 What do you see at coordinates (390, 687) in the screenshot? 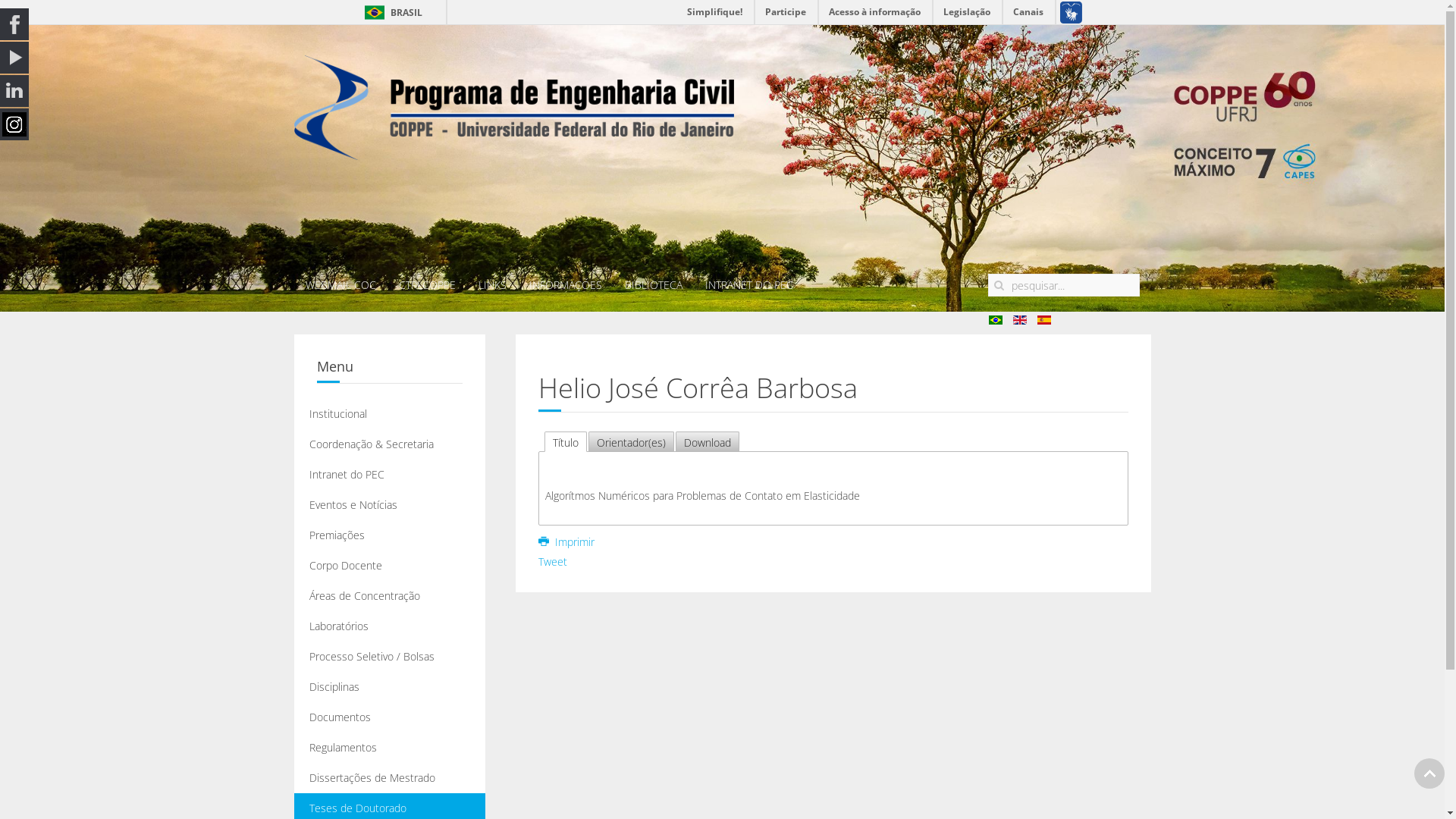
I see `'Disciplinas'` at bounding box center [390, 687].